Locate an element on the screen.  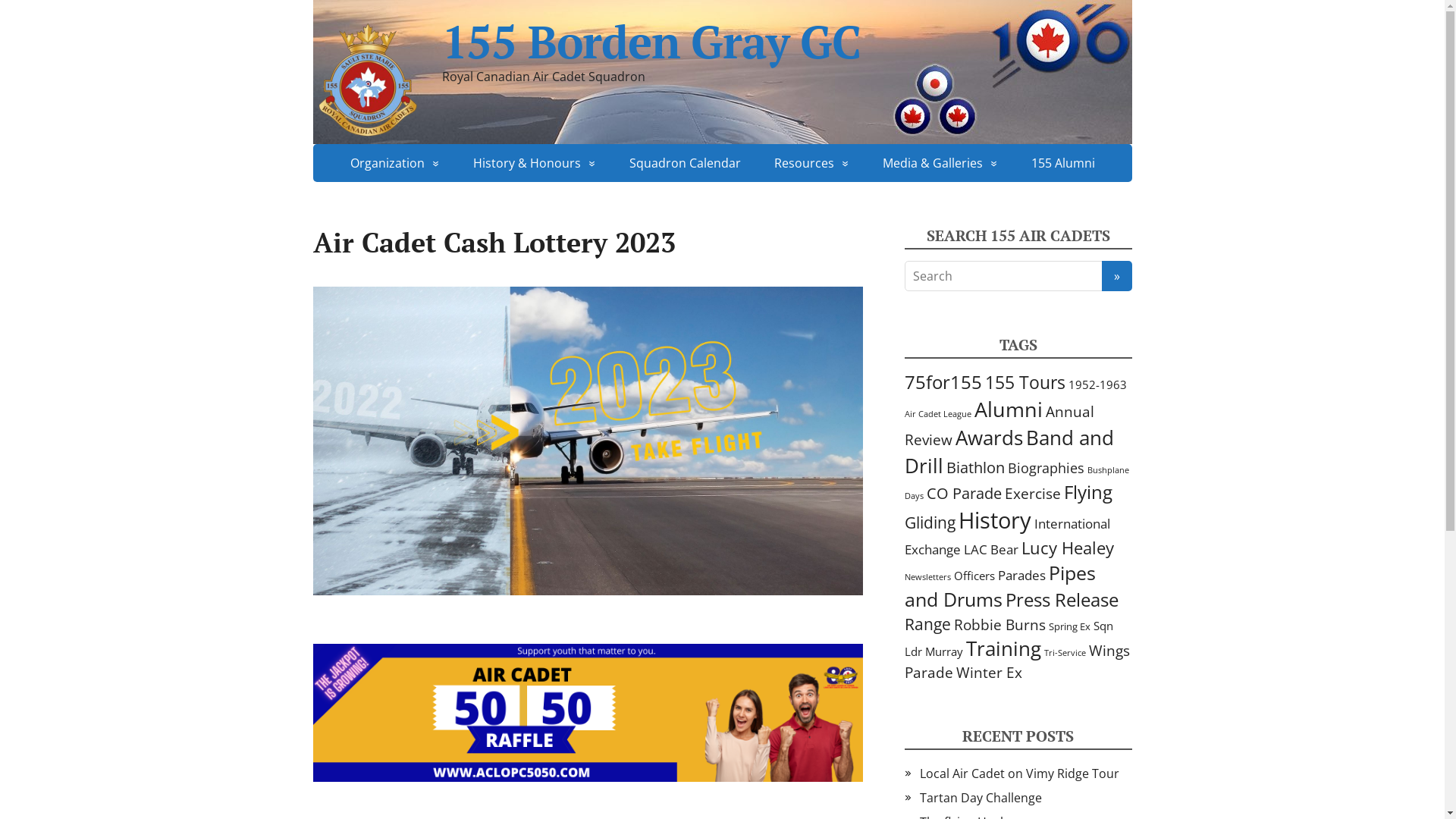
'Robbie Burns' is located at coordinates (952, 624).